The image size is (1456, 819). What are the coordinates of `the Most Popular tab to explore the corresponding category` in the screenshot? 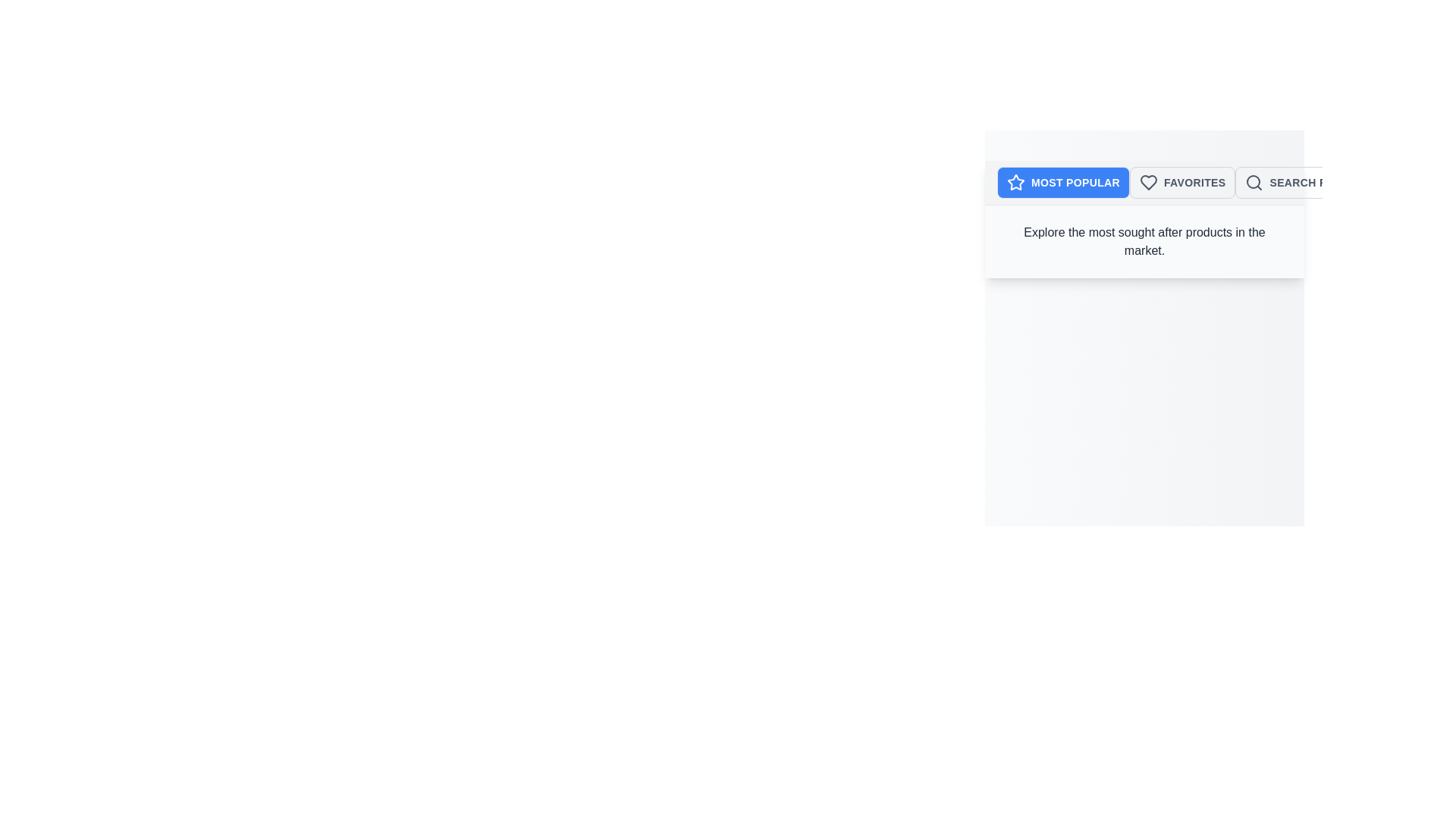 It's located at (1062, 181).